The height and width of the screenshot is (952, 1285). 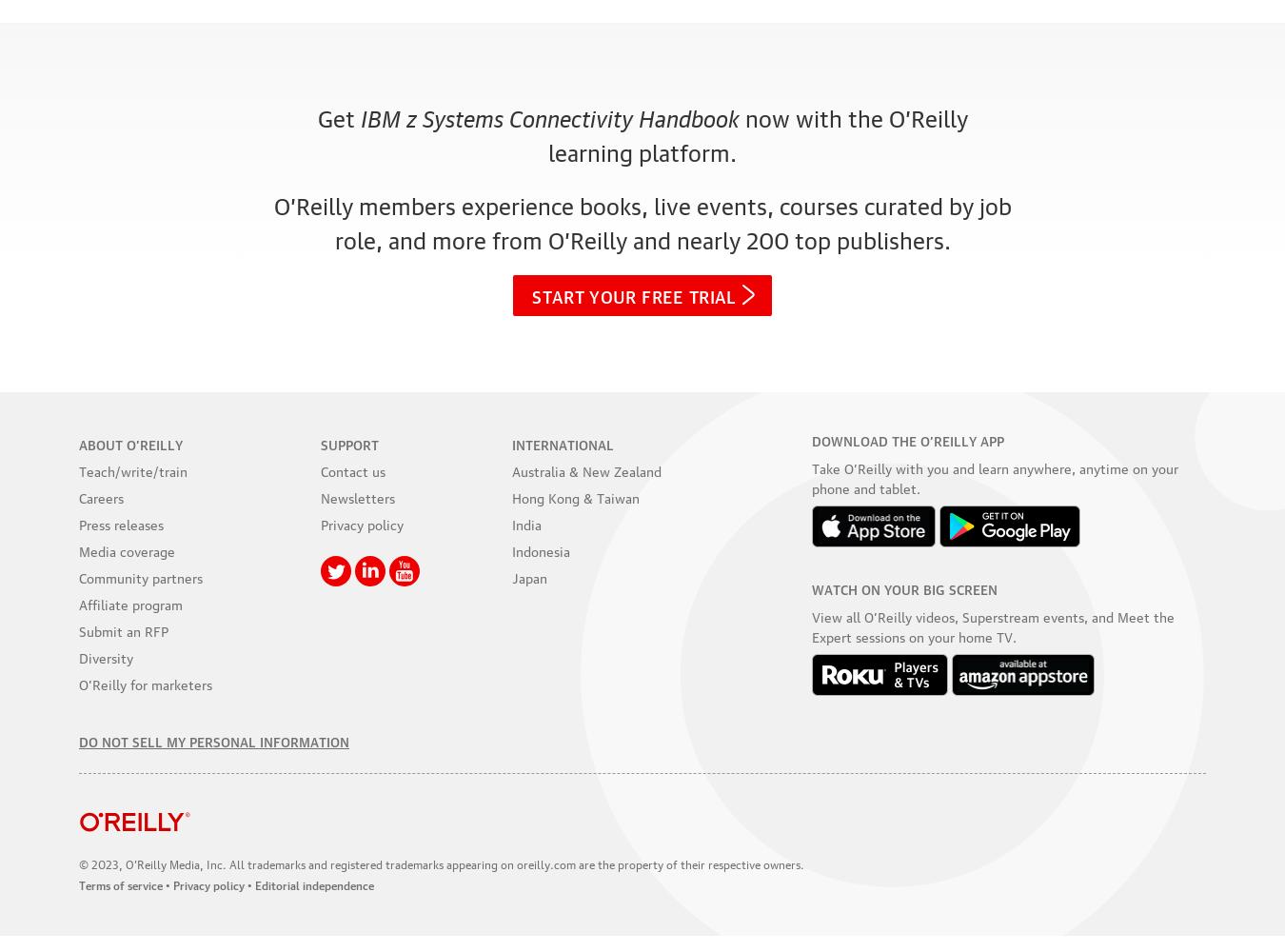 I want to click on 'Diversity', so click(x=105, y=656).